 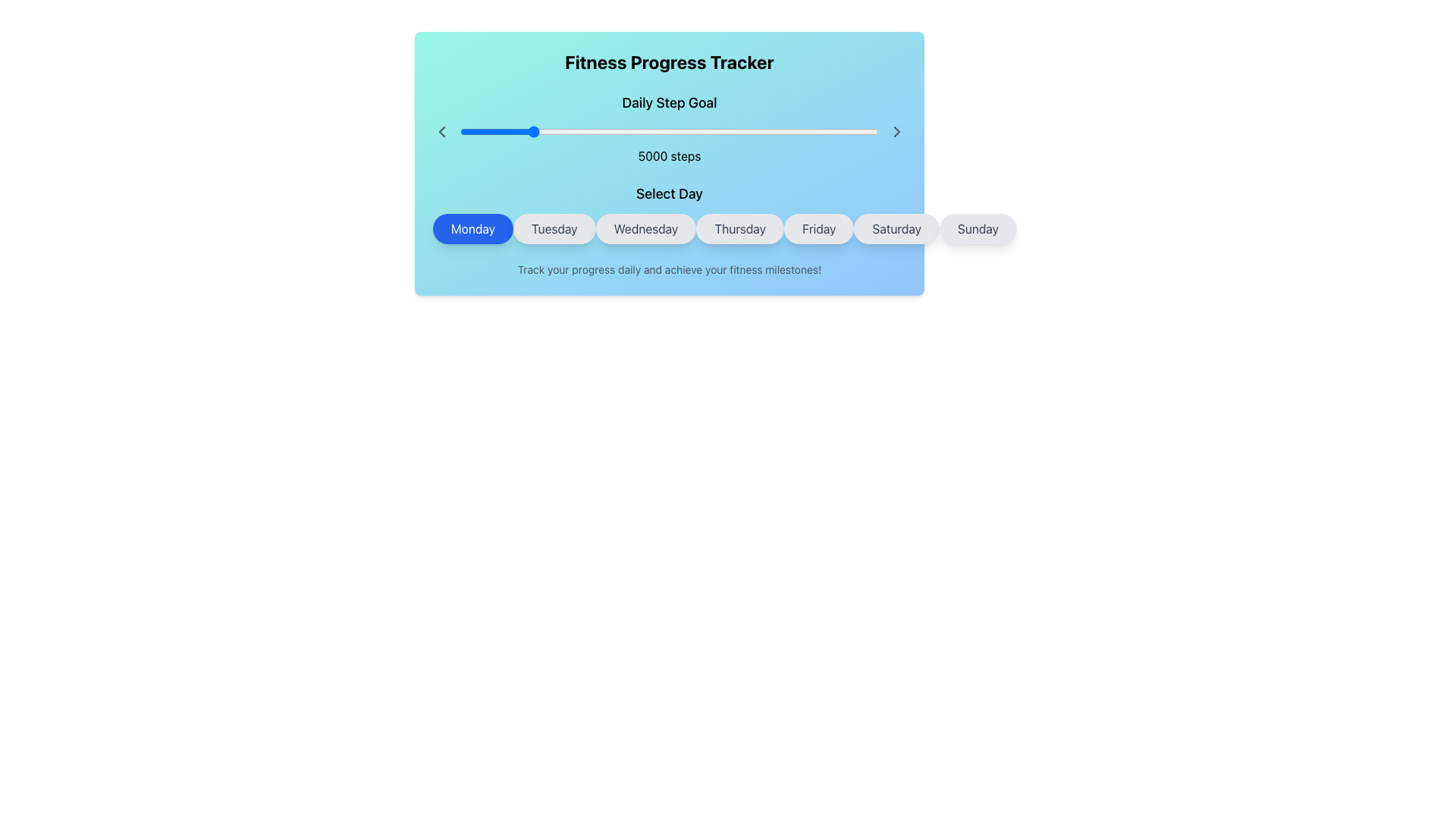 I want to click on the step goal, so click(x=603, y=130).